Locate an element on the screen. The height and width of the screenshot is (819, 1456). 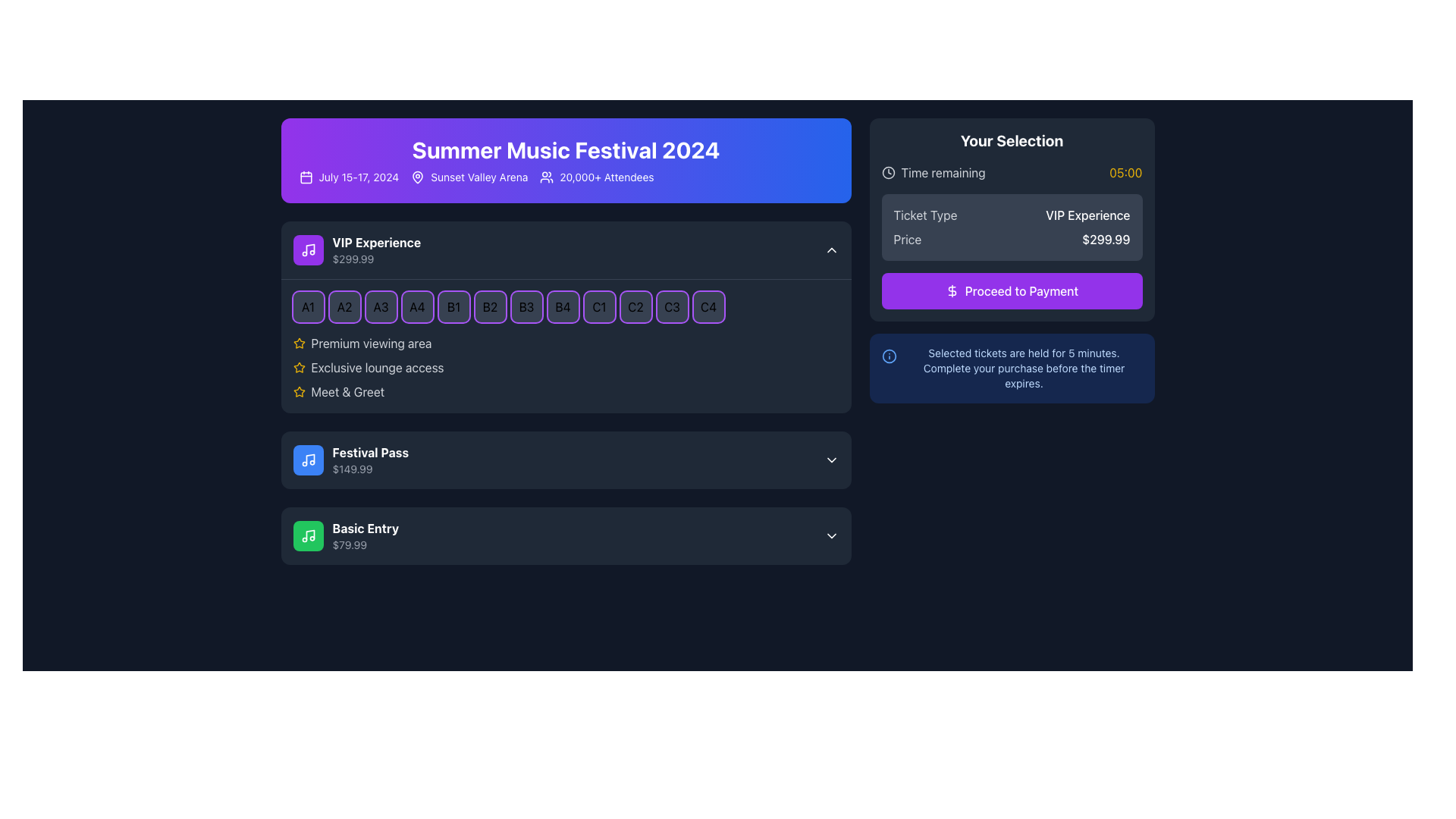
the yellow star-shaped icon with a hollow center, located to the left of the text 'Premium viewing area' in the 'VIP Experience' section is located at coordinates (299, 343).